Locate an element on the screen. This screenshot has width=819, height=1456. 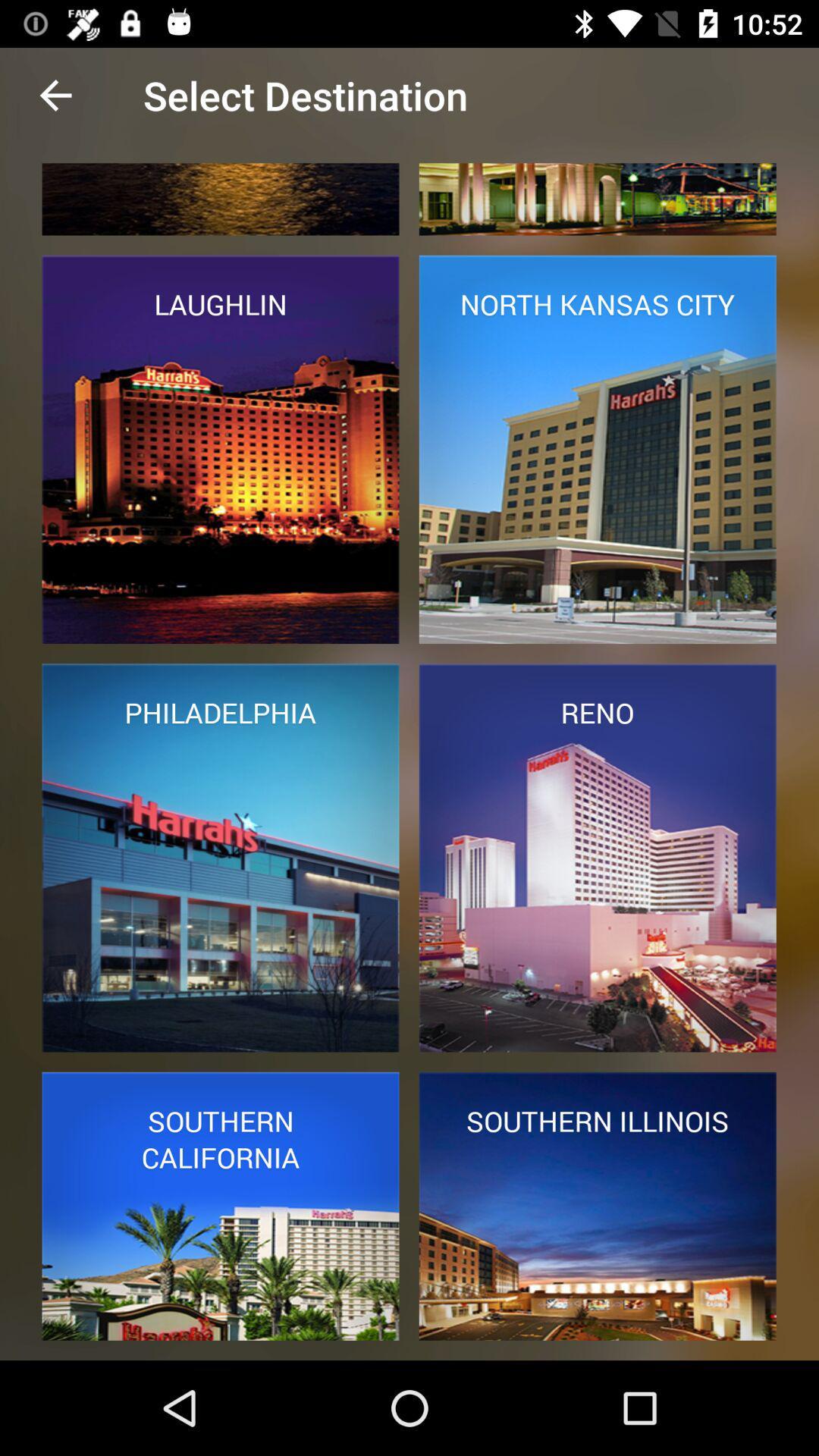
the image which is below the image north kansas city is located at coordinates (597, 858).